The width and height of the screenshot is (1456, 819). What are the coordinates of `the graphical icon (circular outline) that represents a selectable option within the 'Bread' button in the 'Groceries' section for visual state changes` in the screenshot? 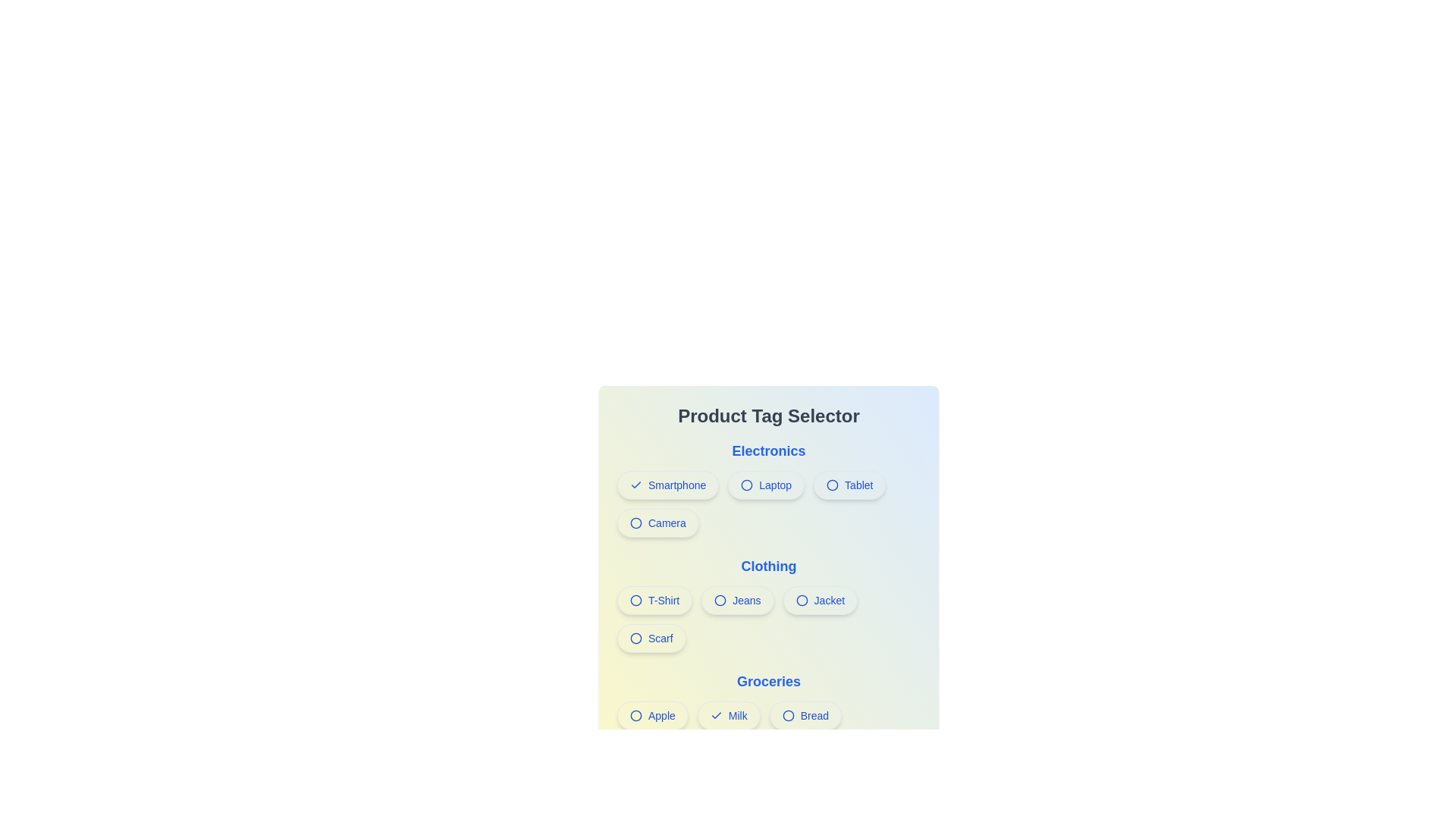 It's located at (788, 716).